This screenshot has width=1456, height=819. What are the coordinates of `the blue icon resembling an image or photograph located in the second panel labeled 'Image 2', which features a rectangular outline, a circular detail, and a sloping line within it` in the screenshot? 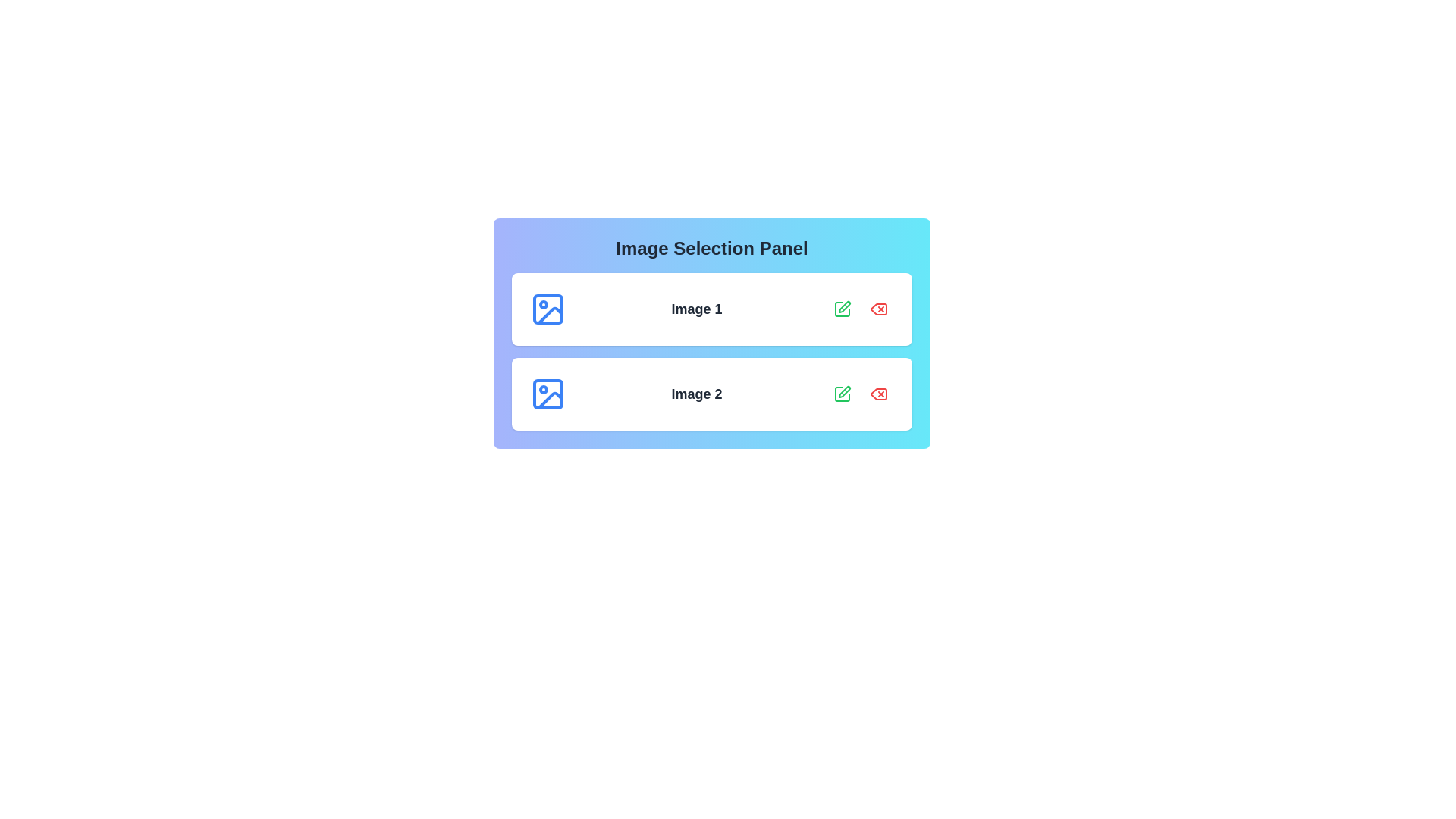 It's located at (548, 394).